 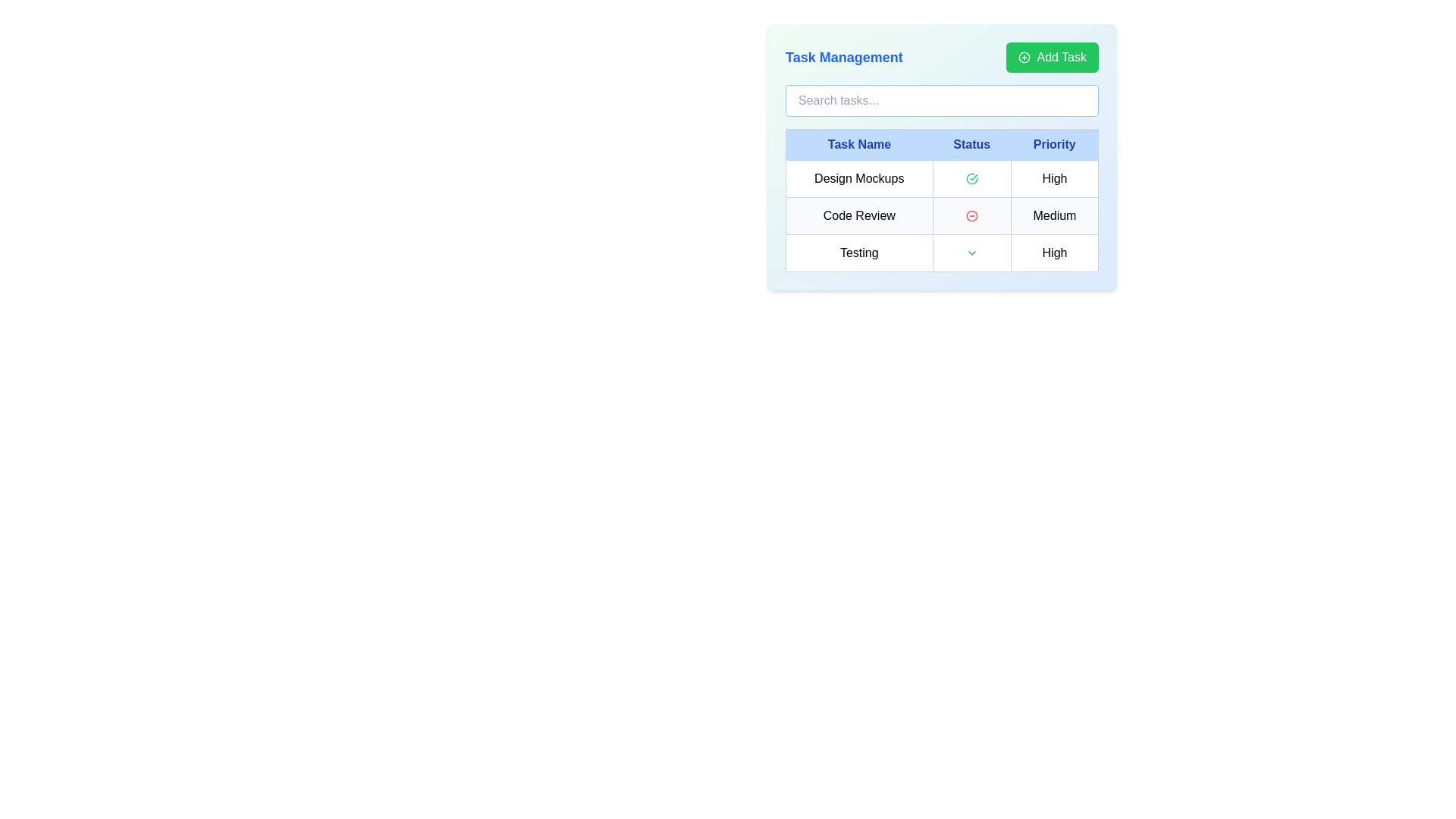 What do you see at coordinates (843, 57) in the screenshot?
I see `the bold blue text header that reads 'Task Management' located at the top-left area of the interface, adjacent to the 'Add Task' button` at bounding box center [843, 57].